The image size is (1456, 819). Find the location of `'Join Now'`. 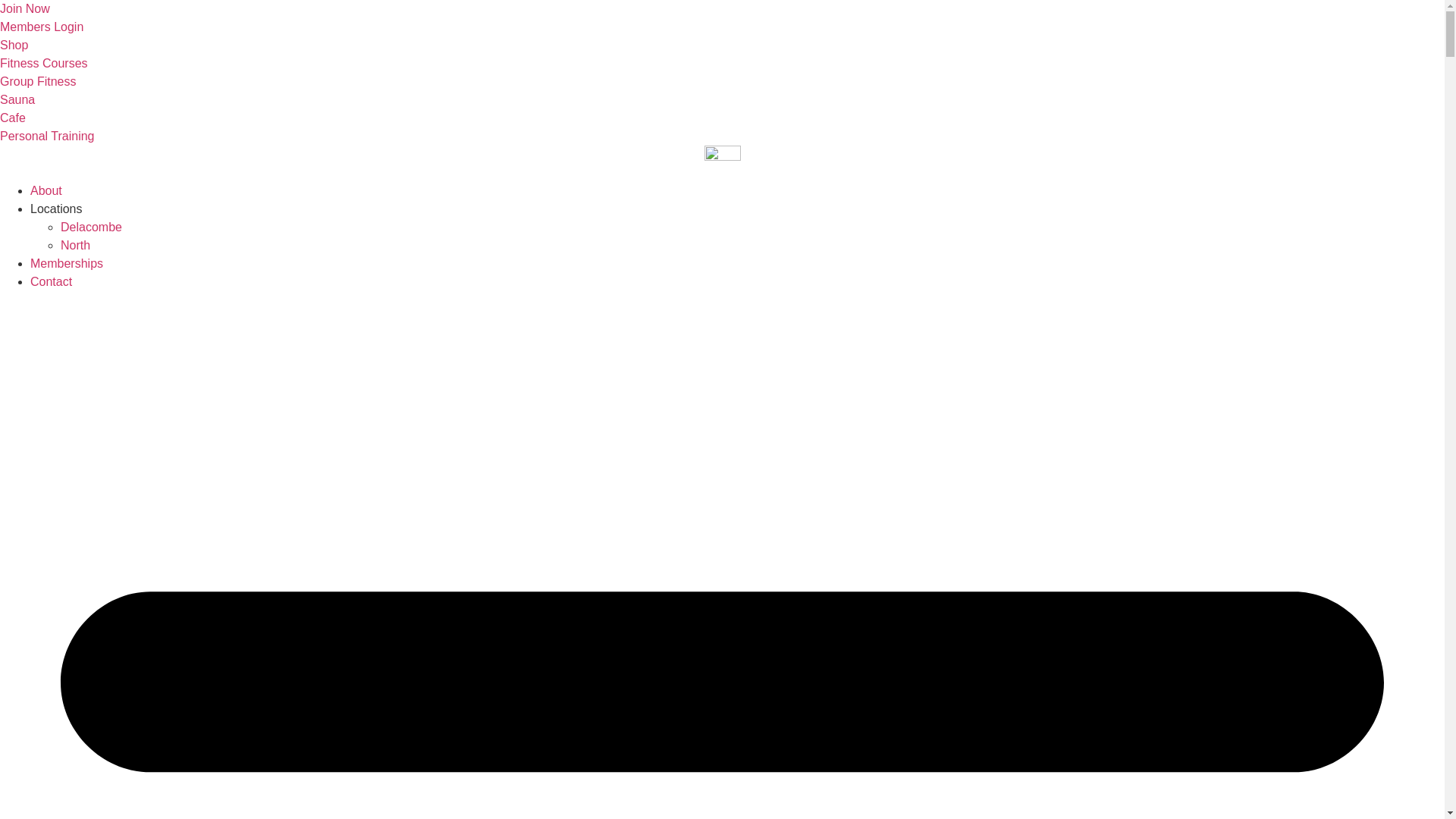

'Join Now' is located at coordinates (25, 8).